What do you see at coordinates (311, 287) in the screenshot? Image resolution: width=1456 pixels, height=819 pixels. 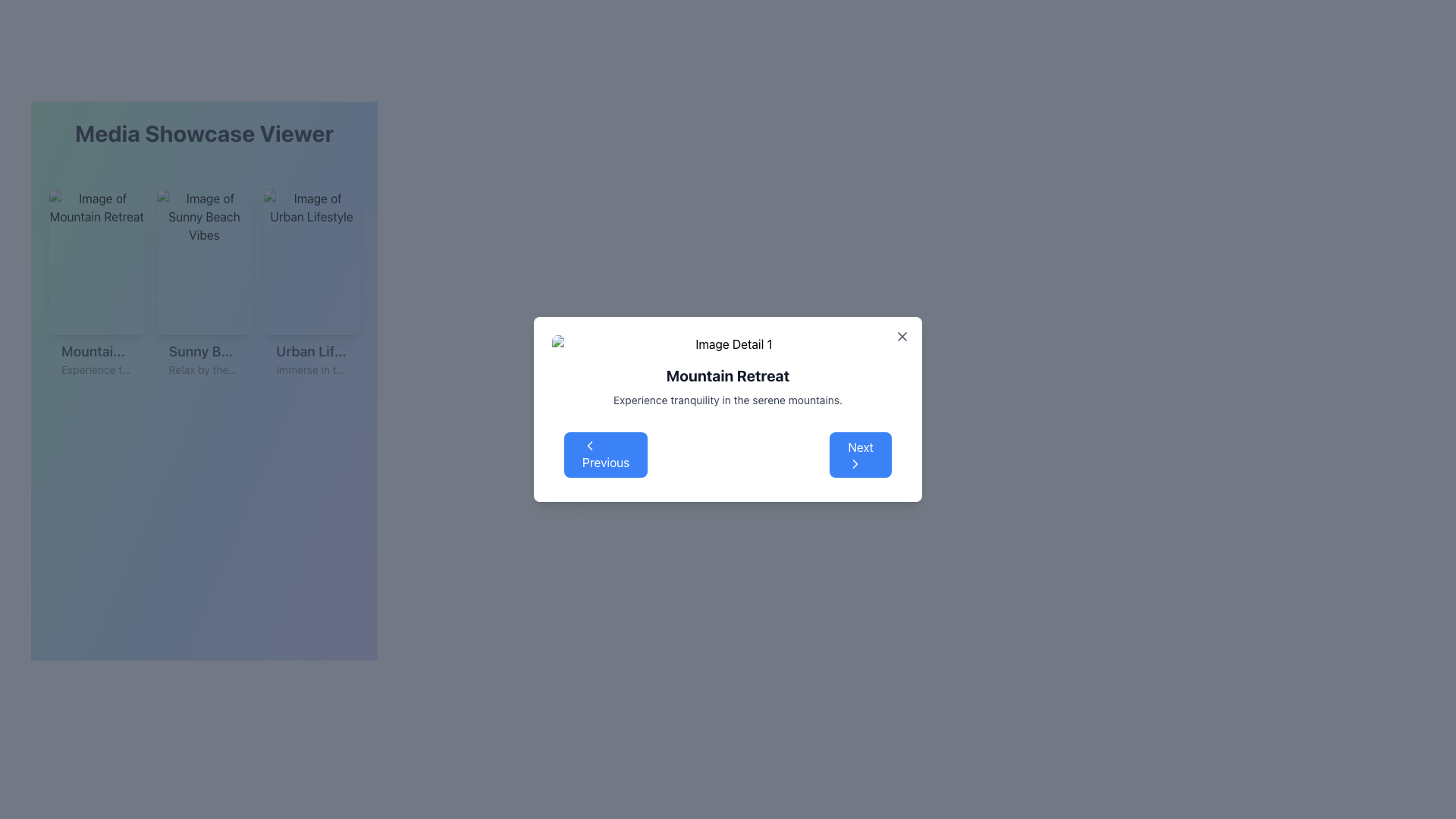 I see `the 'Urban Lifestyle' card located in the Media Showcase Viewer` at bounding box center [311, 287].